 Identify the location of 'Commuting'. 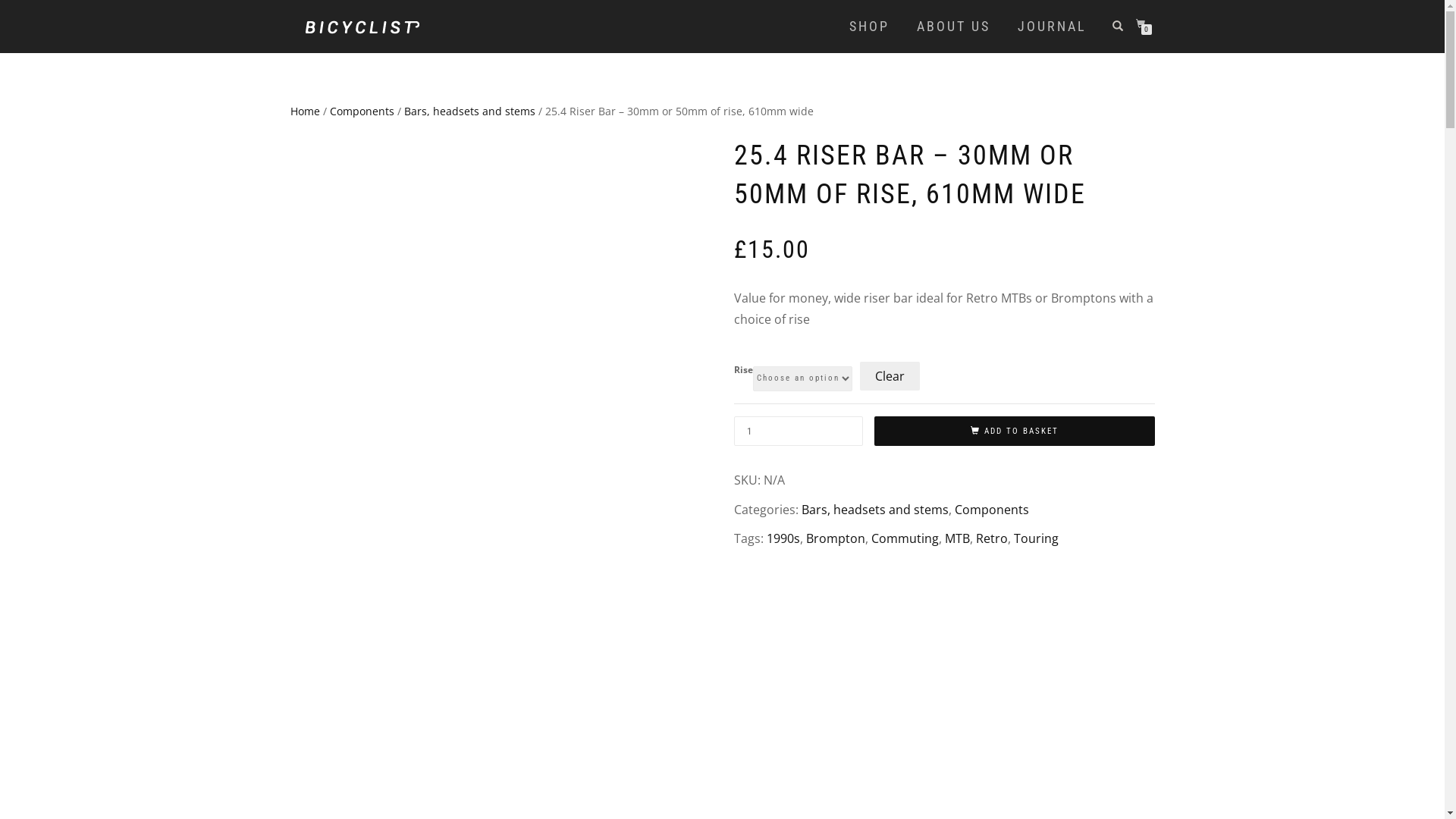
(904, 537).